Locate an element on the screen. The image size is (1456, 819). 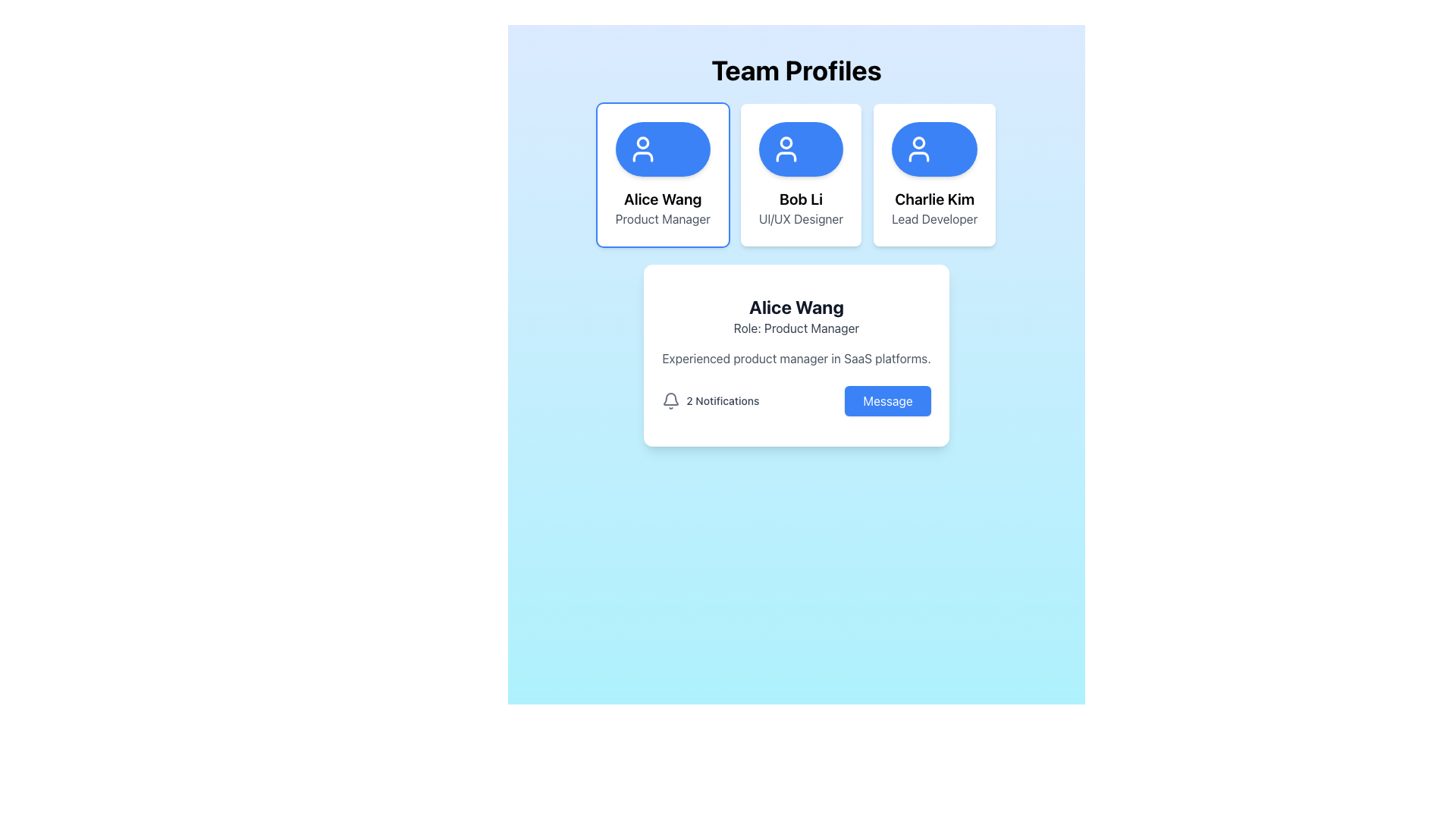
static text label indicating the number of notifications, located in the bottom left section of the white card, just right of the bell icon is located at coordinates (722, 400).